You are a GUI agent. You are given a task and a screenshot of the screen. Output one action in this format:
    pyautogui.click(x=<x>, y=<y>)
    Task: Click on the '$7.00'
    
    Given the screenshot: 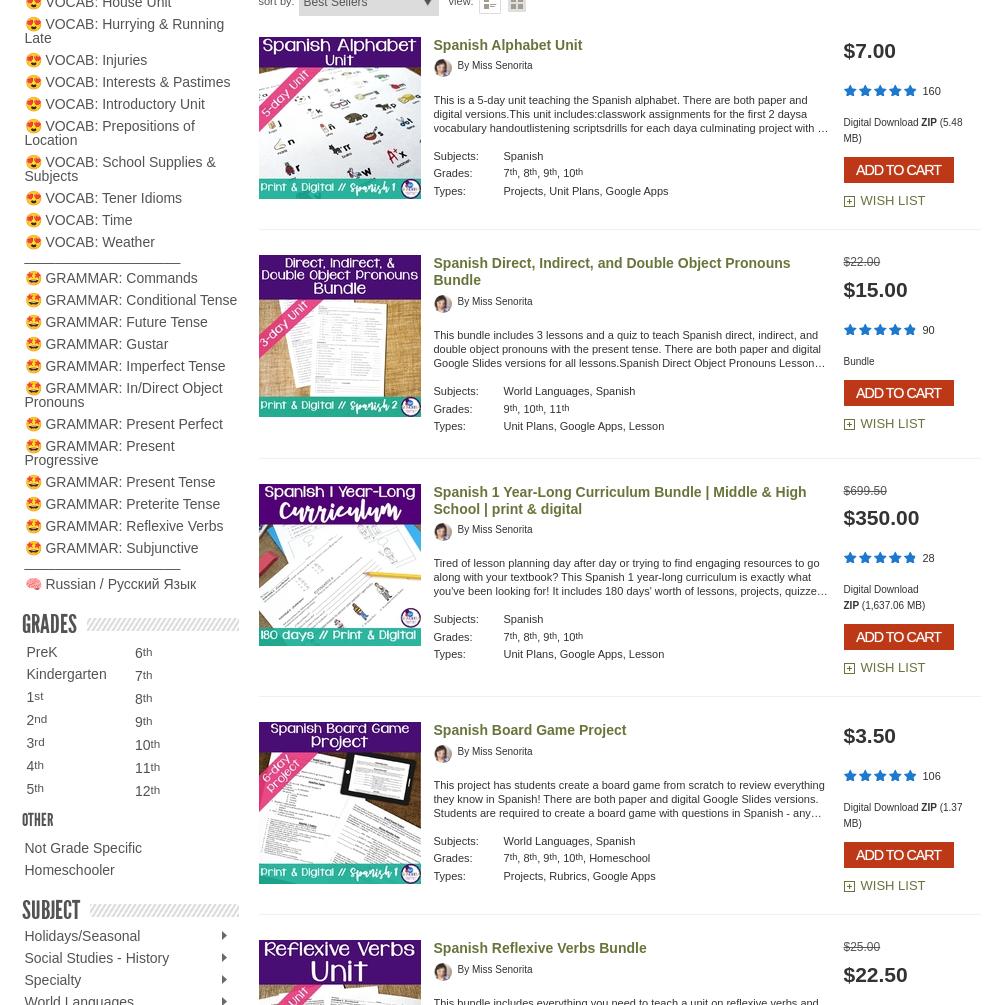 What is the action you would take?
    pyautogui.click(x=868, y=50)
    